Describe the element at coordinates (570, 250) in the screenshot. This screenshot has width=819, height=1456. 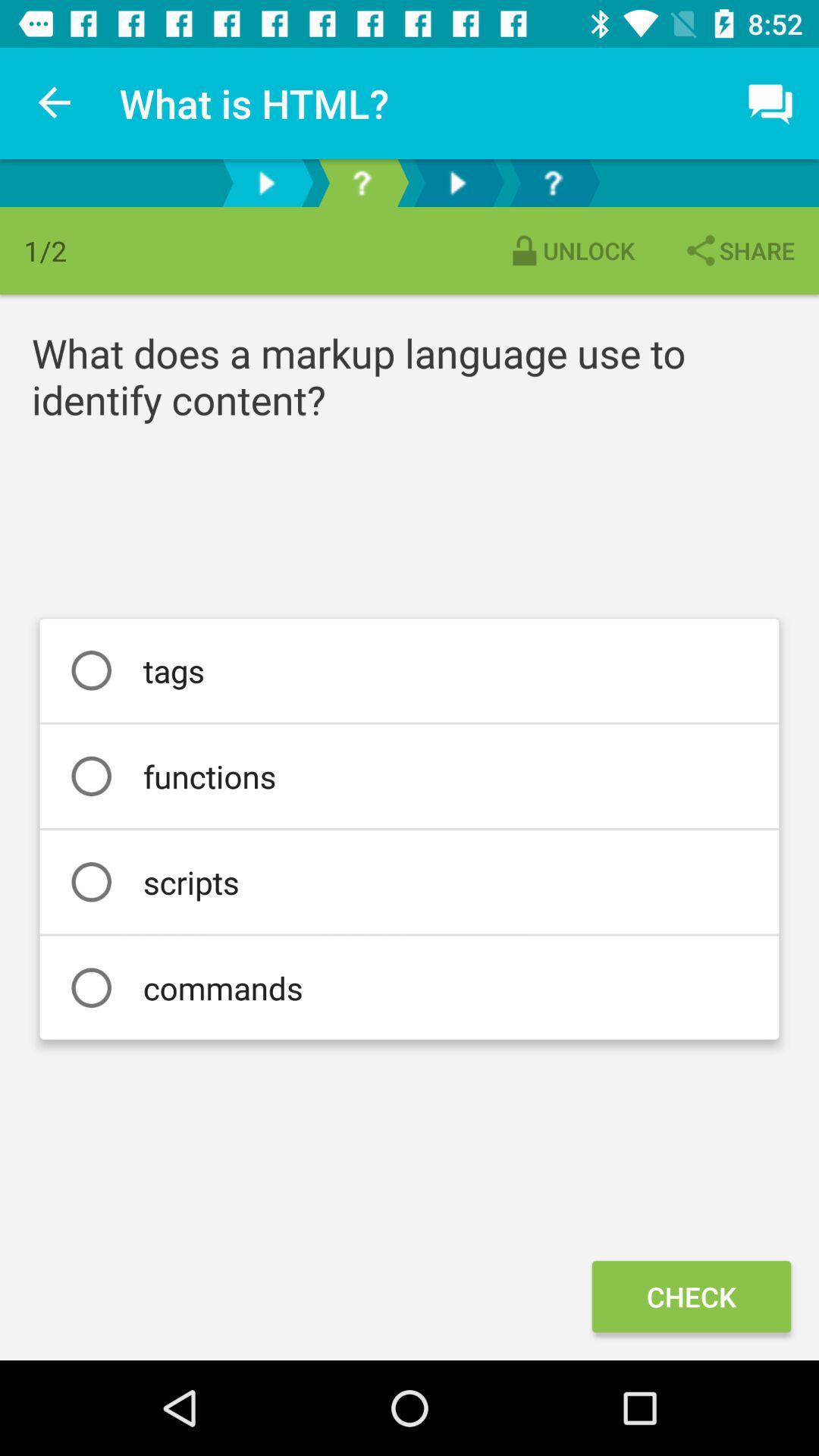
I see `unlock` at that location.